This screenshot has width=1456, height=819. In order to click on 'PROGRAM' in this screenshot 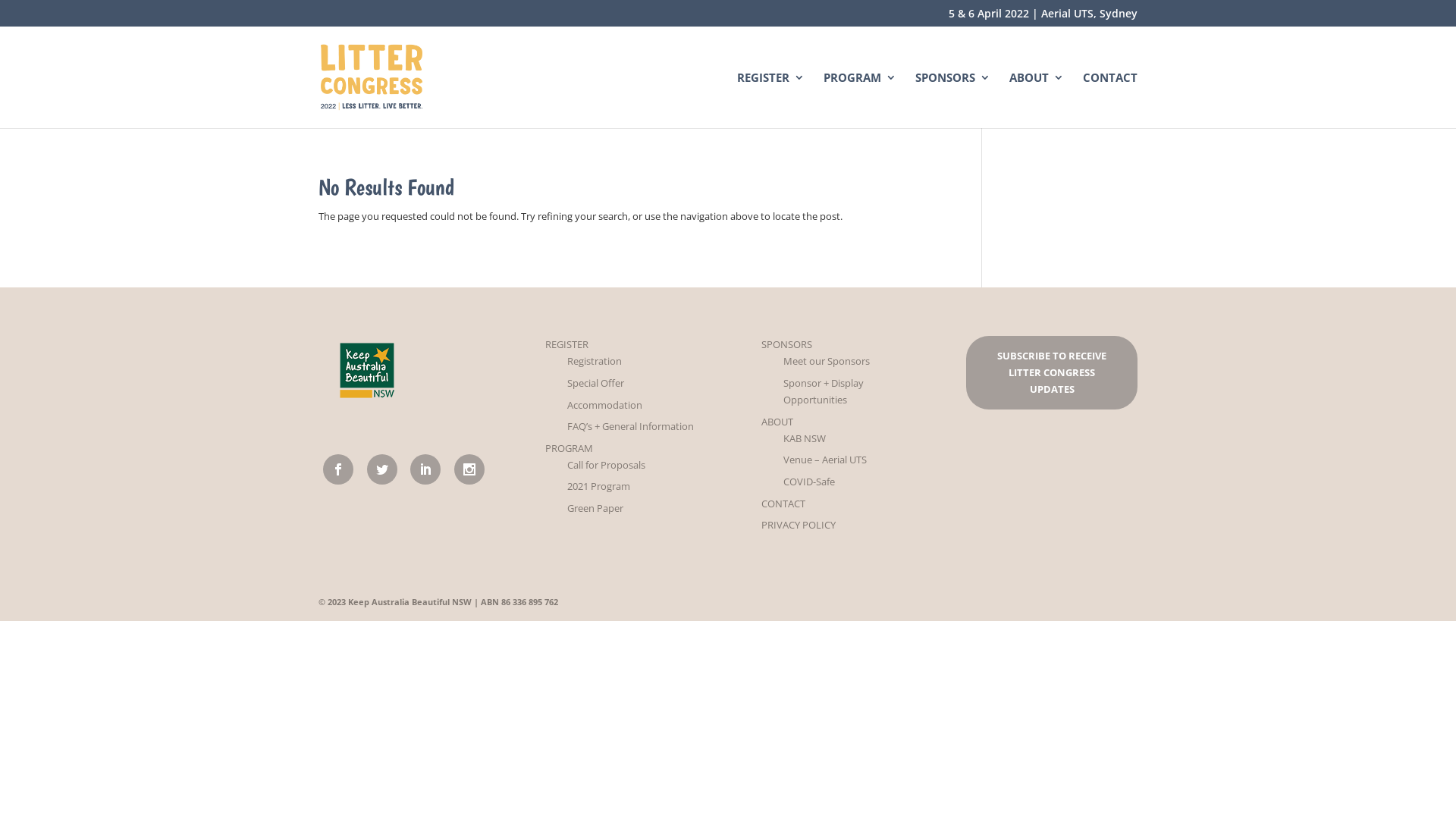, I will do `click(568, 447)`.